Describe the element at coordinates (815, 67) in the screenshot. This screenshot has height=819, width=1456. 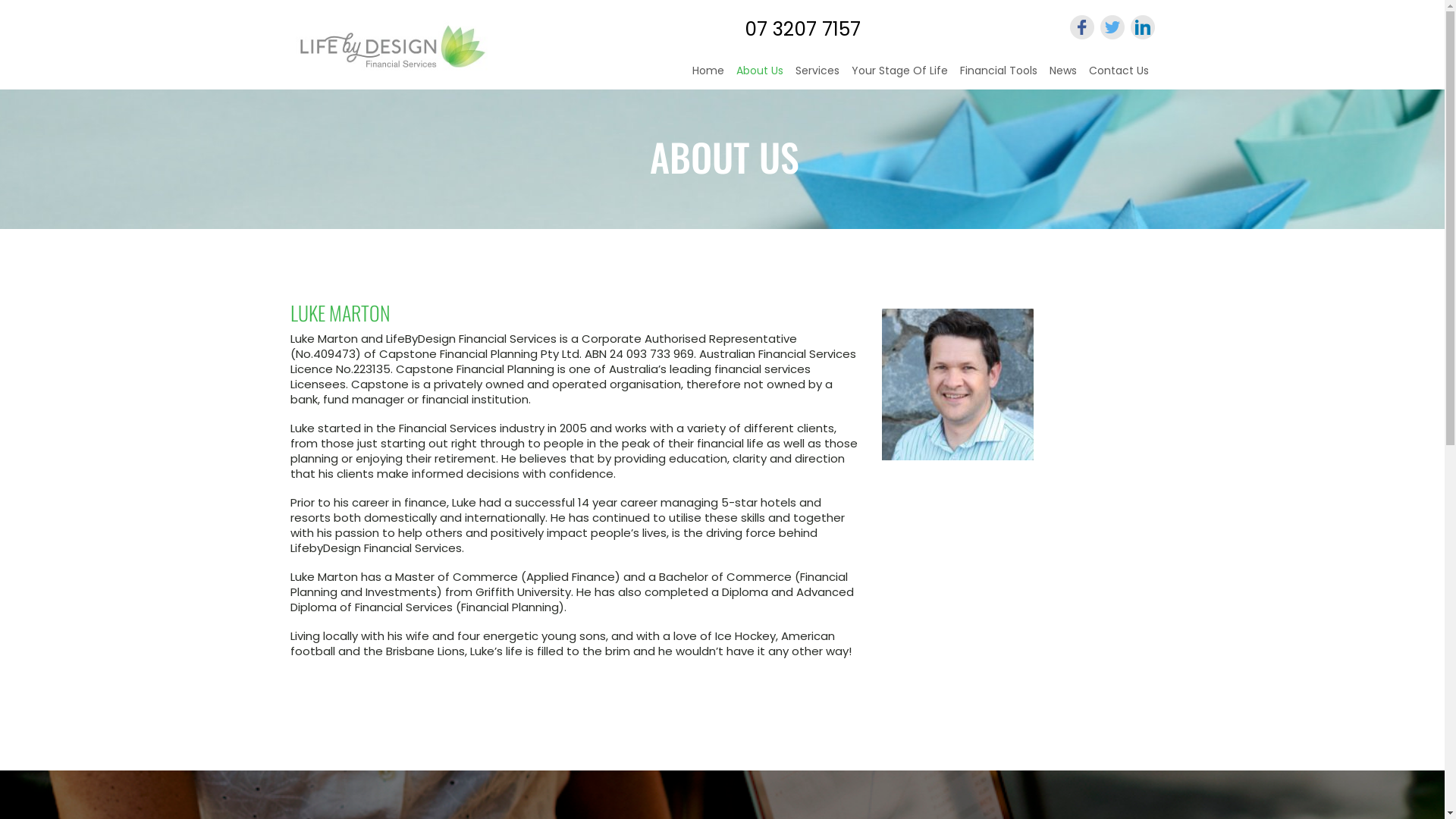
I see `'Services'` at that location.